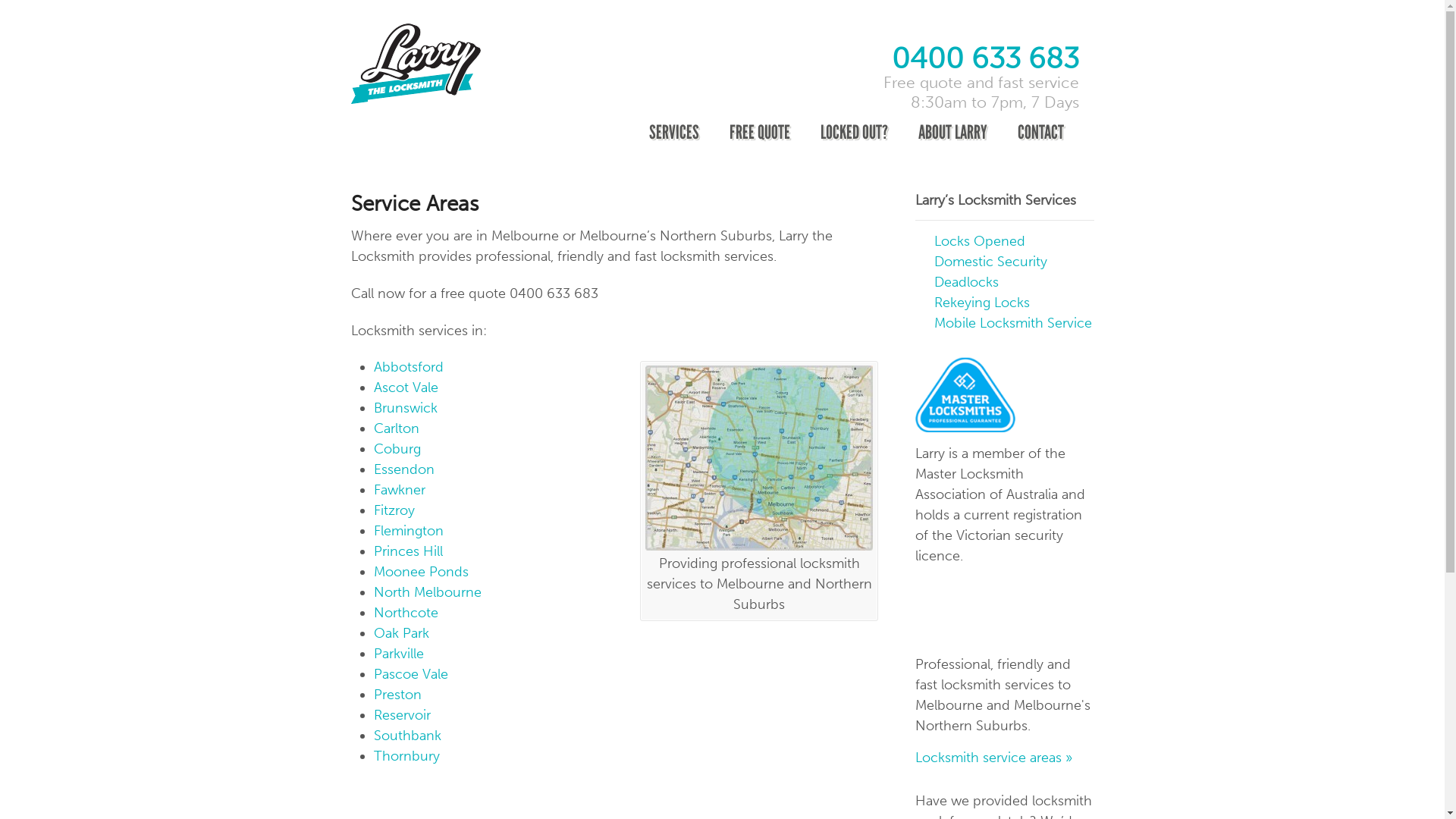  Describe the element at coordinates (407, 551) in the screenshot. I see `'Princes Hill'` at that location.